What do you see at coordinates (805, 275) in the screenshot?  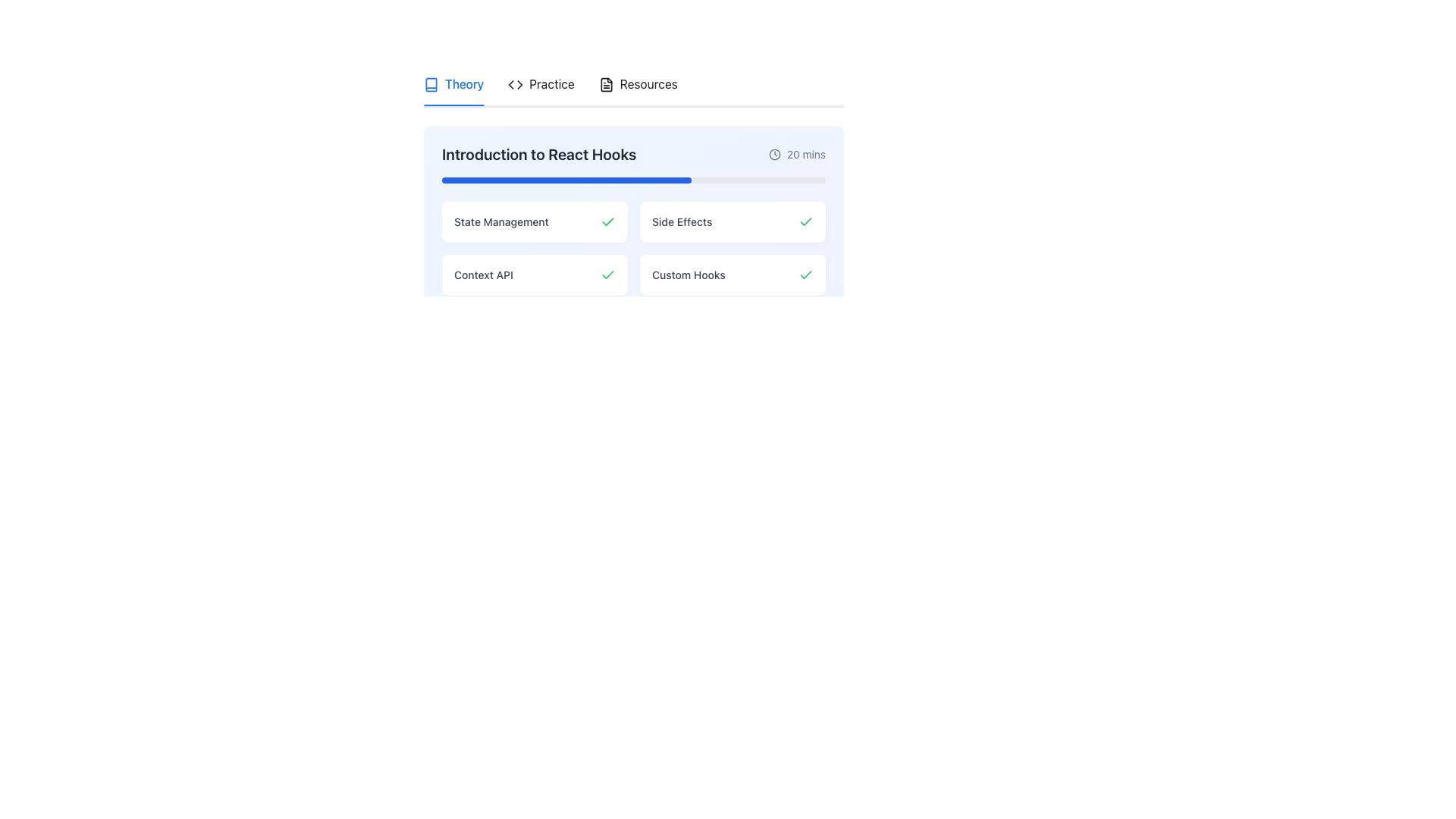 I see `the checkmark icon indicating that 'Custom Hooks' has been marked as completed or selected` at bounding box center [805, 275].